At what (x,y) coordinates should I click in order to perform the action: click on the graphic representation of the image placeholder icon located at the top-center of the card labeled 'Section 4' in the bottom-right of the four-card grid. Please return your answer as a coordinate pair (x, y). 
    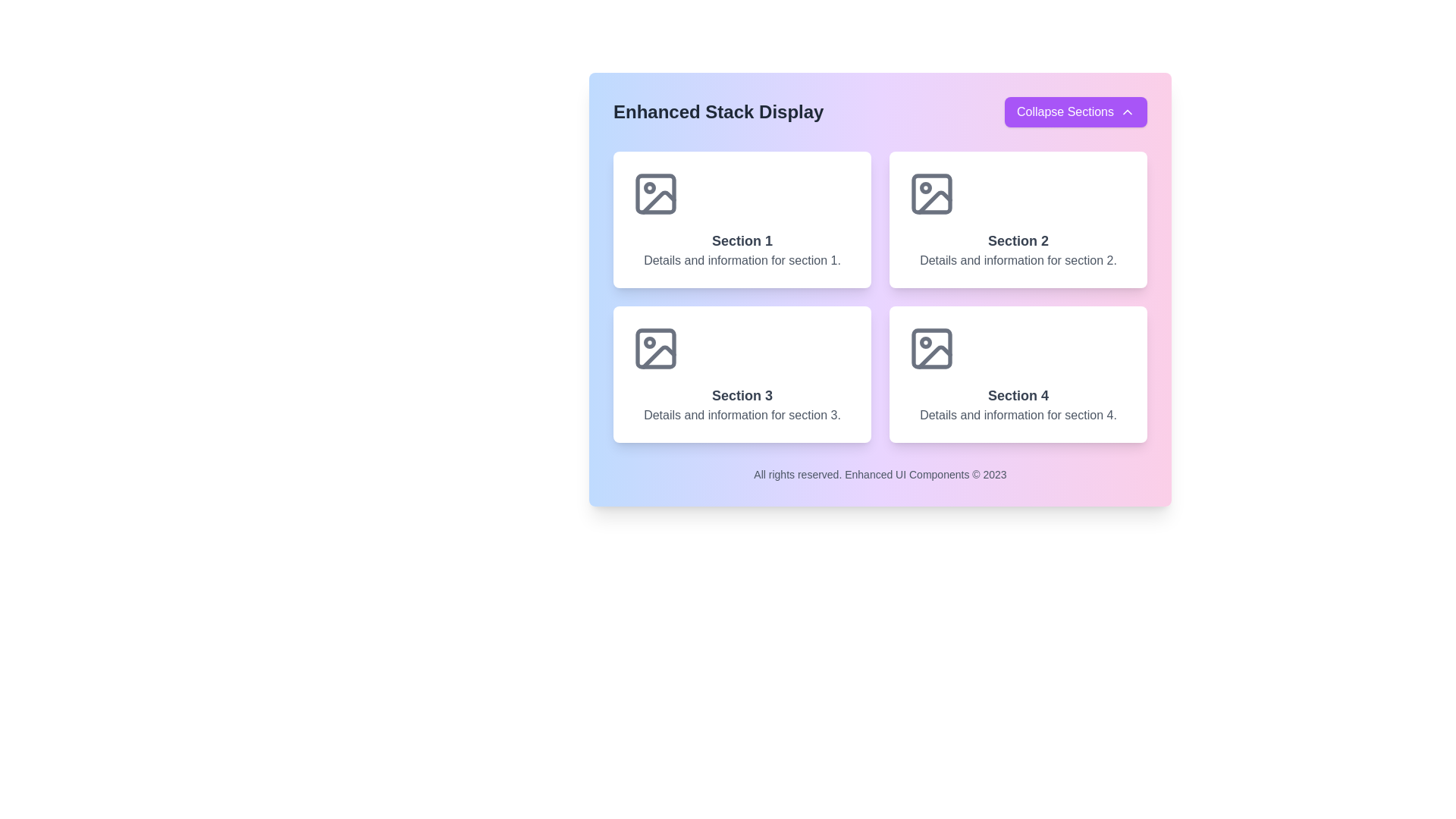
    Looking at the image, I should click on (930, 348).